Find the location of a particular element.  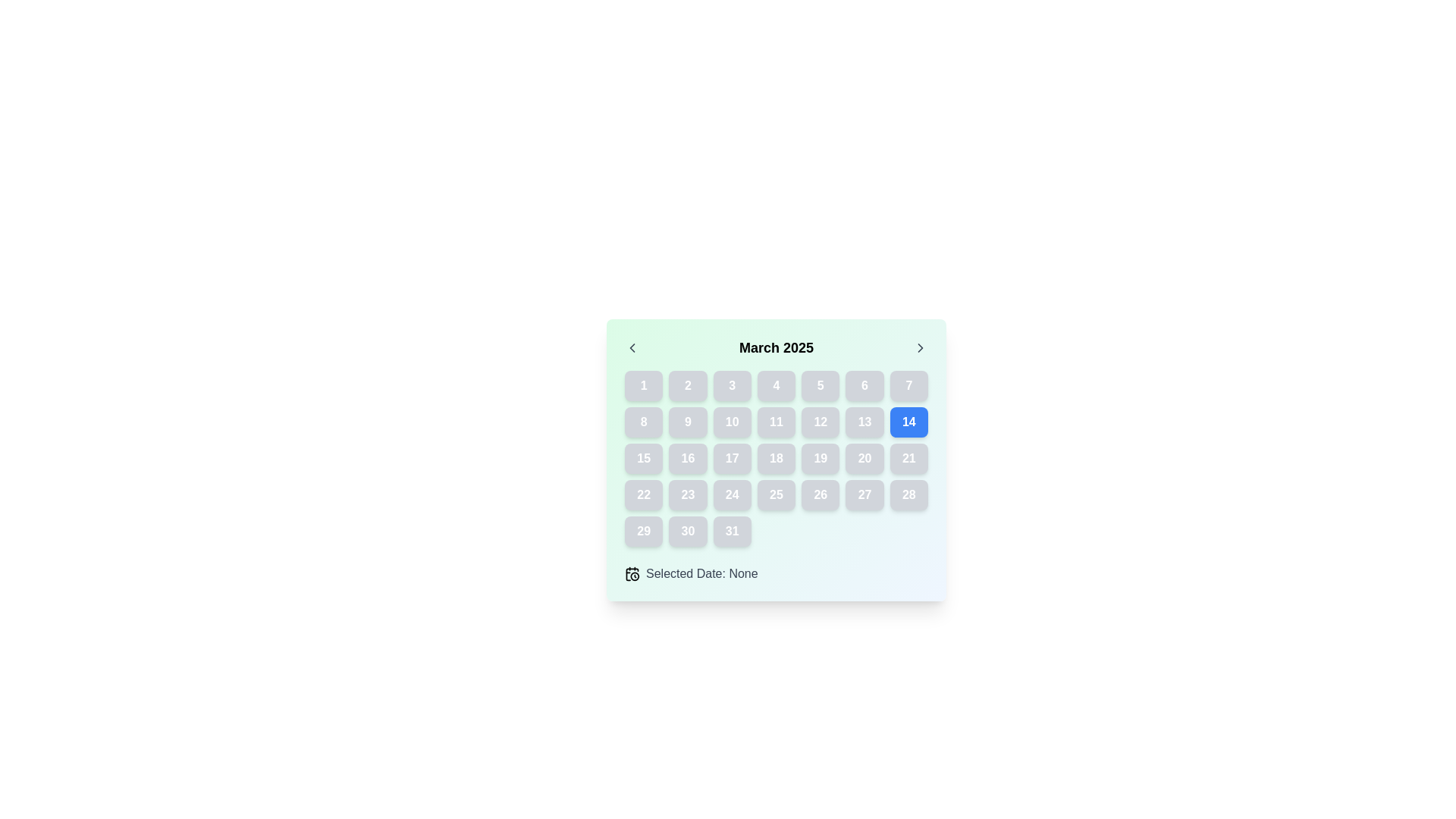

the button representing the date '30' in the digital calendar interface is located at coordinates (687, 531).